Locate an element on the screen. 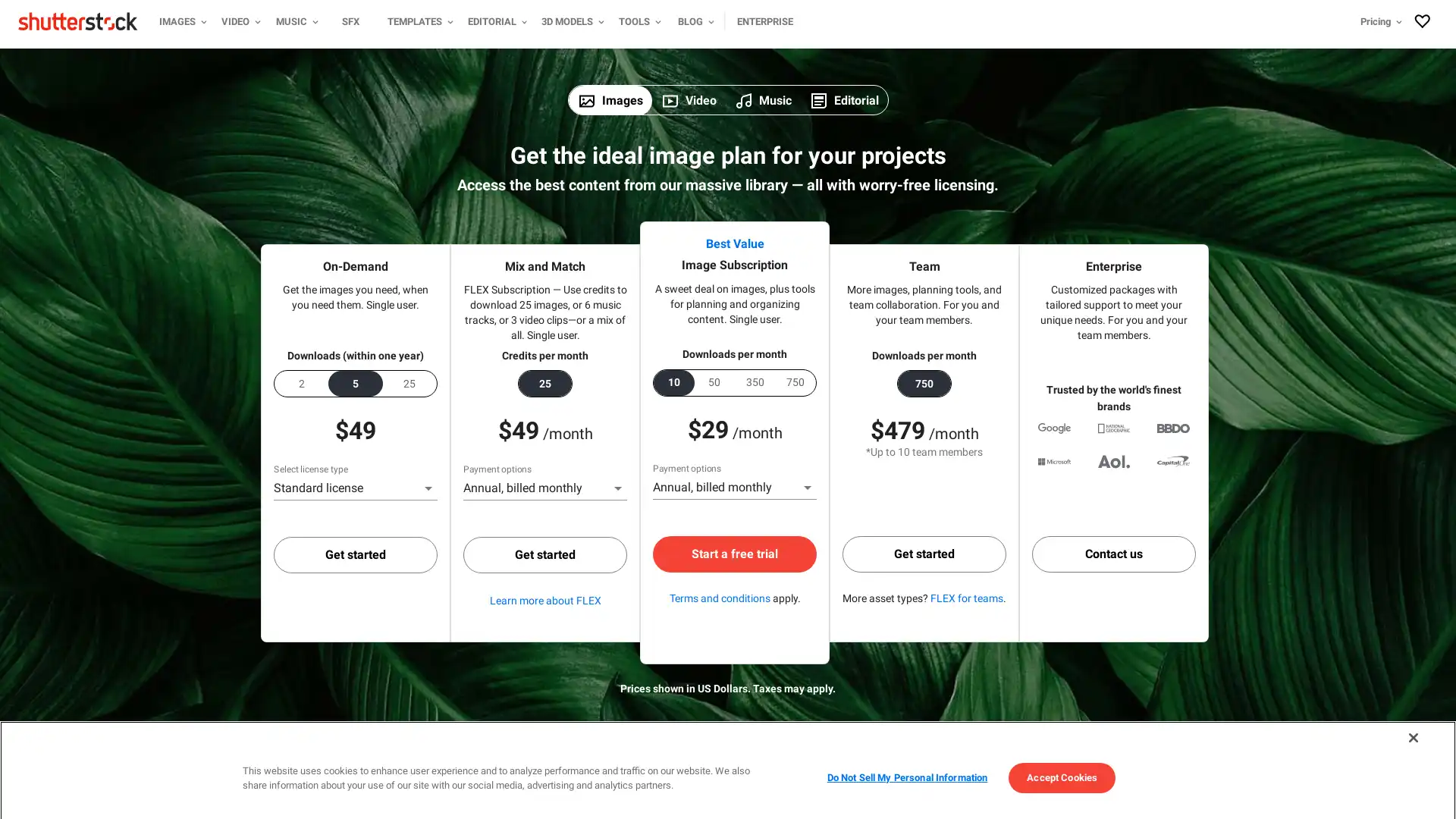 This screenshot has width=1456, height=819. Shutterstock logo is located at coordinates (79, 20).